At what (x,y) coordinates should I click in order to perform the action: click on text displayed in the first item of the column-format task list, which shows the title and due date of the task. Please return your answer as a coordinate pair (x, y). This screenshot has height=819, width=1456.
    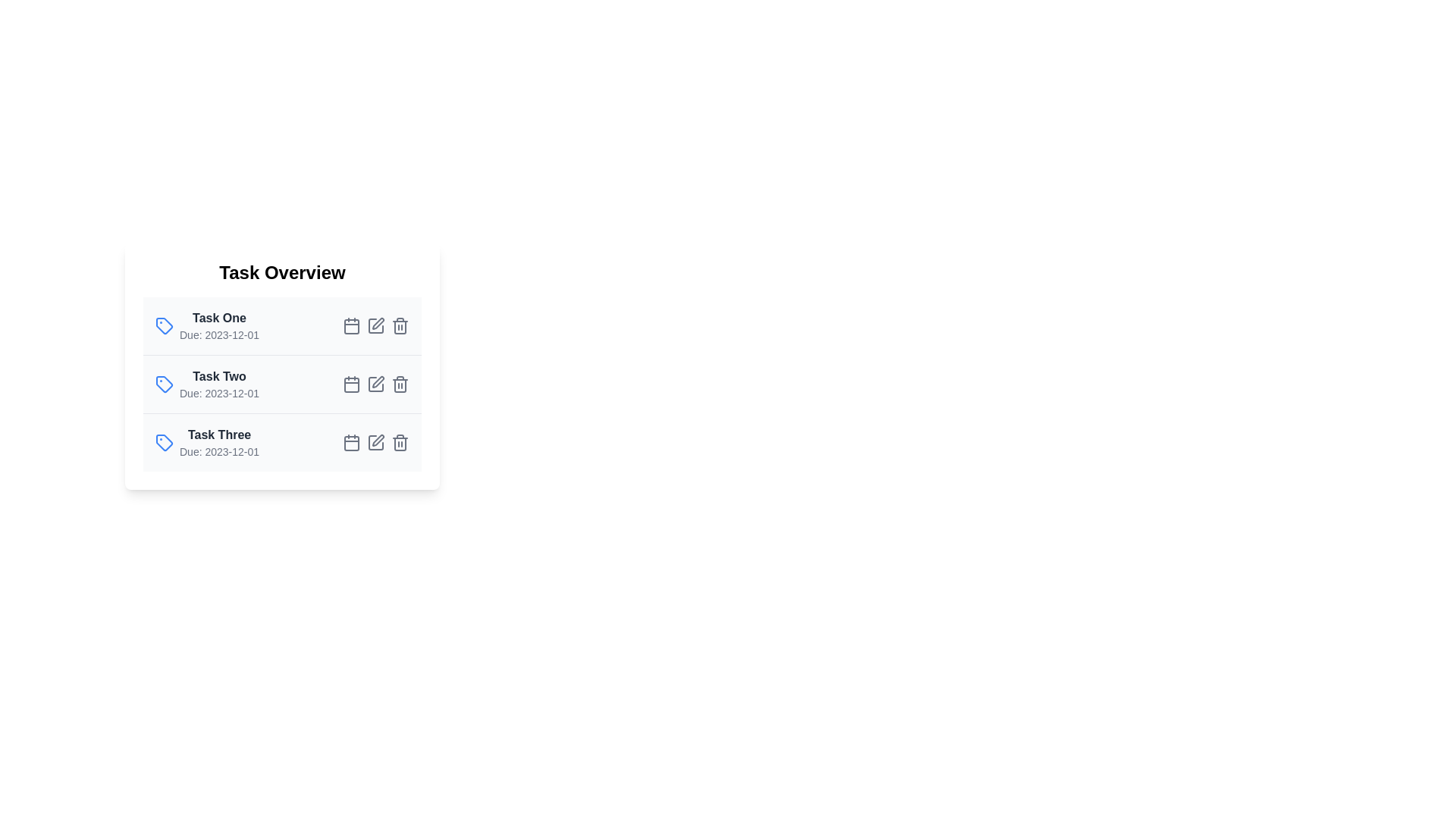
    Looking at the image, I should click on (218, 325).